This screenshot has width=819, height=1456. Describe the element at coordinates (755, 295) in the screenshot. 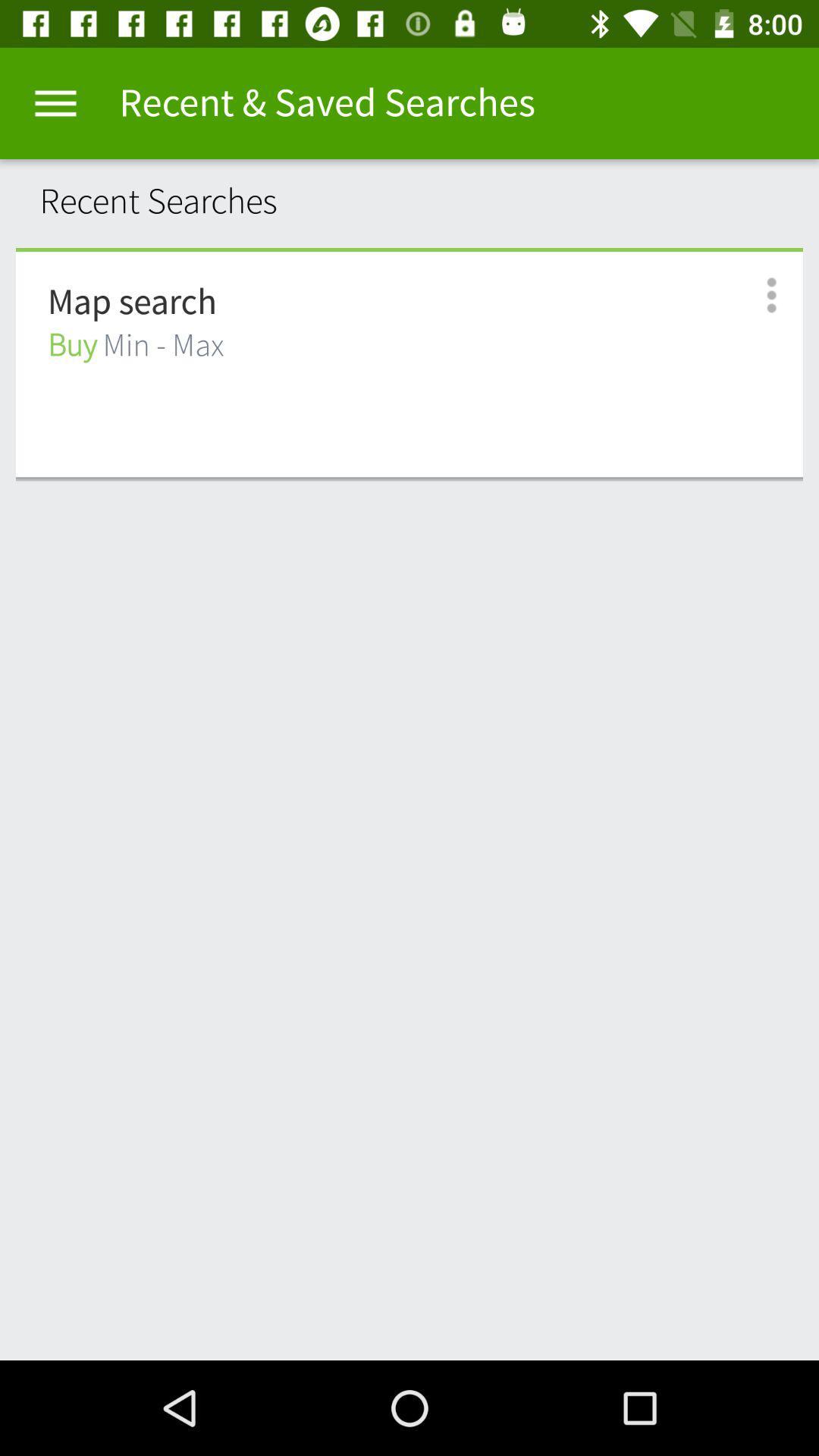

I see `the icon to the right of buy min - max icon` at that location.